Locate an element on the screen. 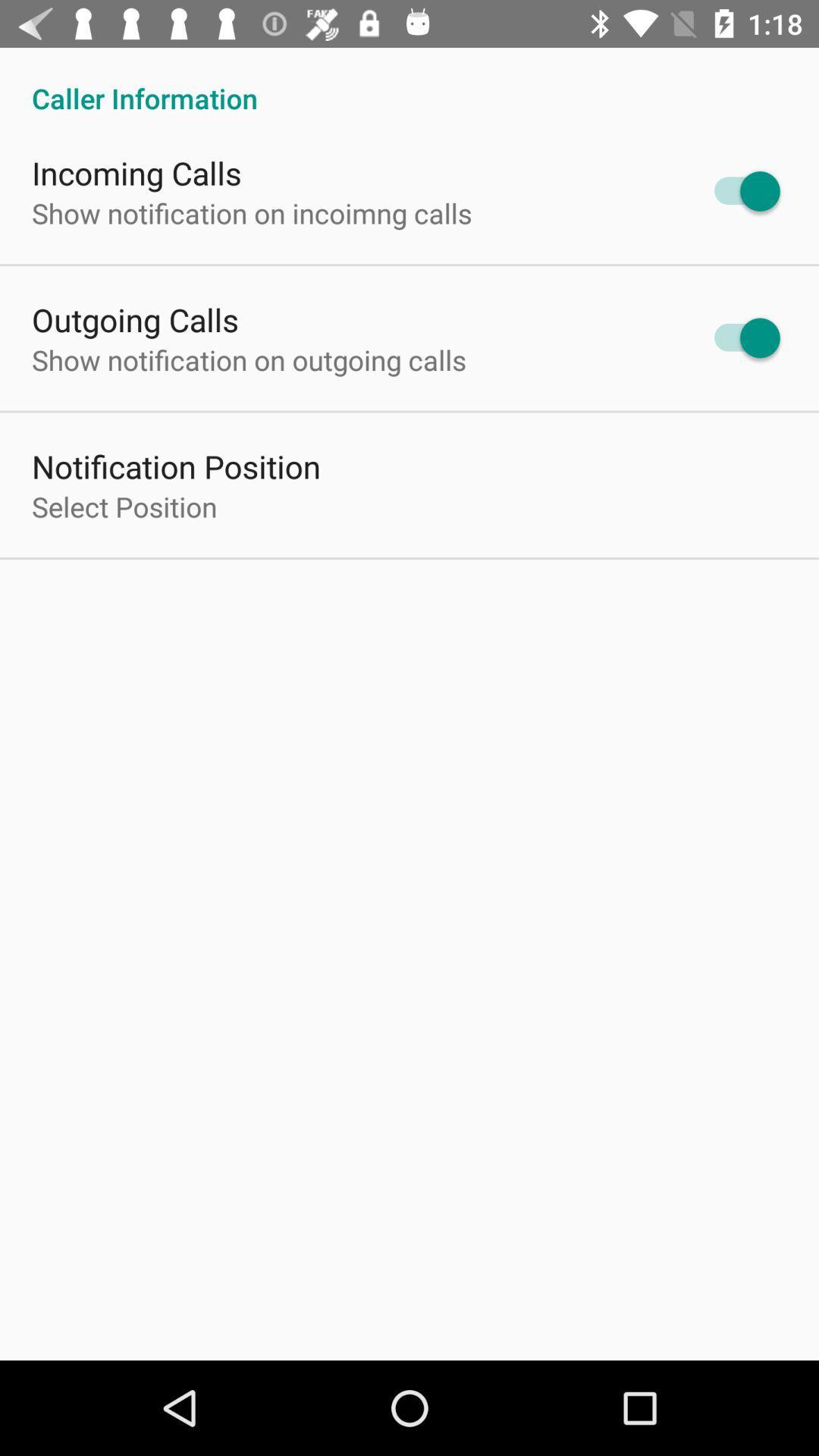 The image size is (819, 1456). app above select position app is located at coordinates (175, 465).